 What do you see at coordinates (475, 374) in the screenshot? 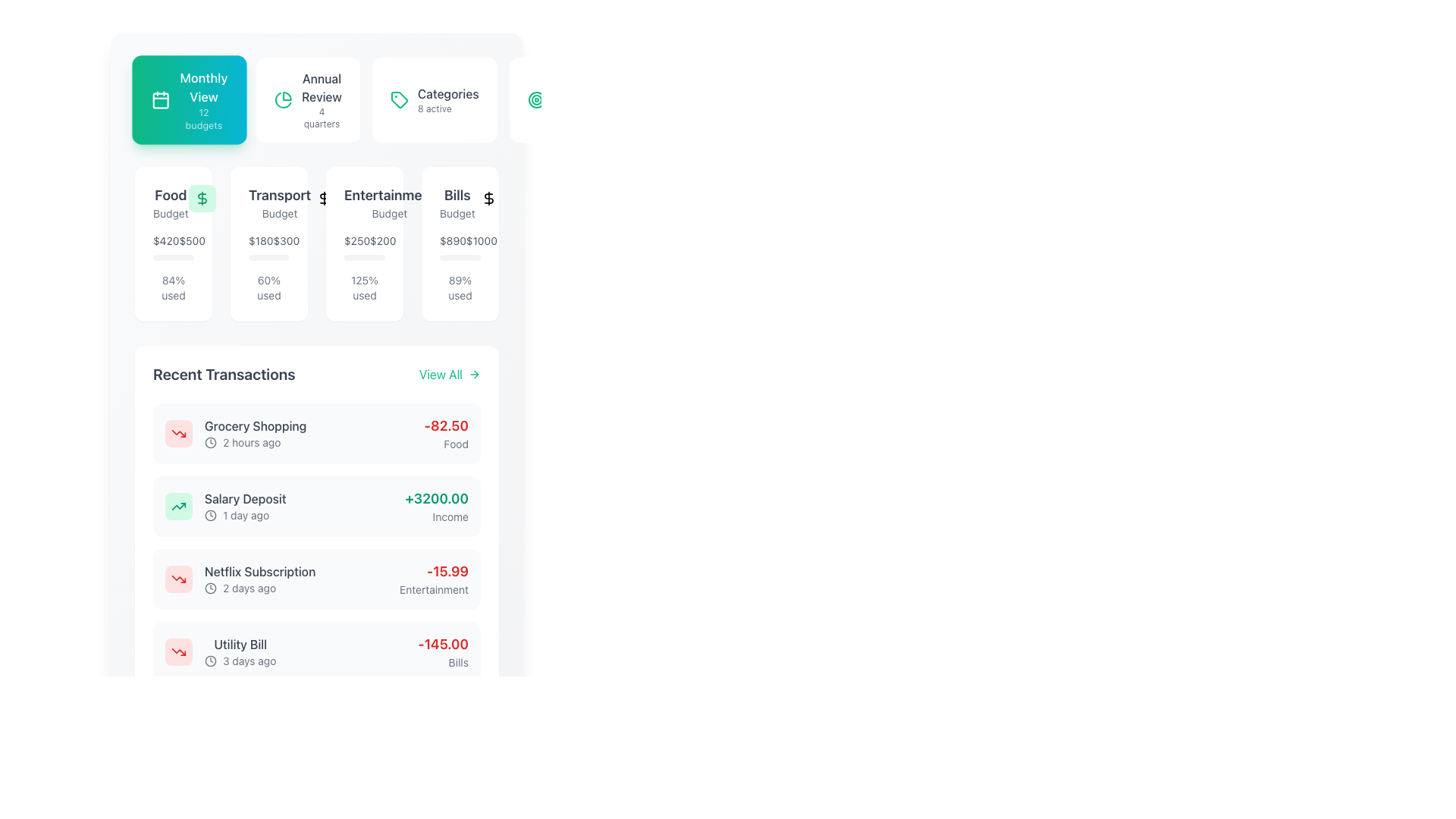
I see `the right-pointing arrow-shaped icon in the top-right section of the 'Recent Transactions' area` at bounding box center [475, 374].